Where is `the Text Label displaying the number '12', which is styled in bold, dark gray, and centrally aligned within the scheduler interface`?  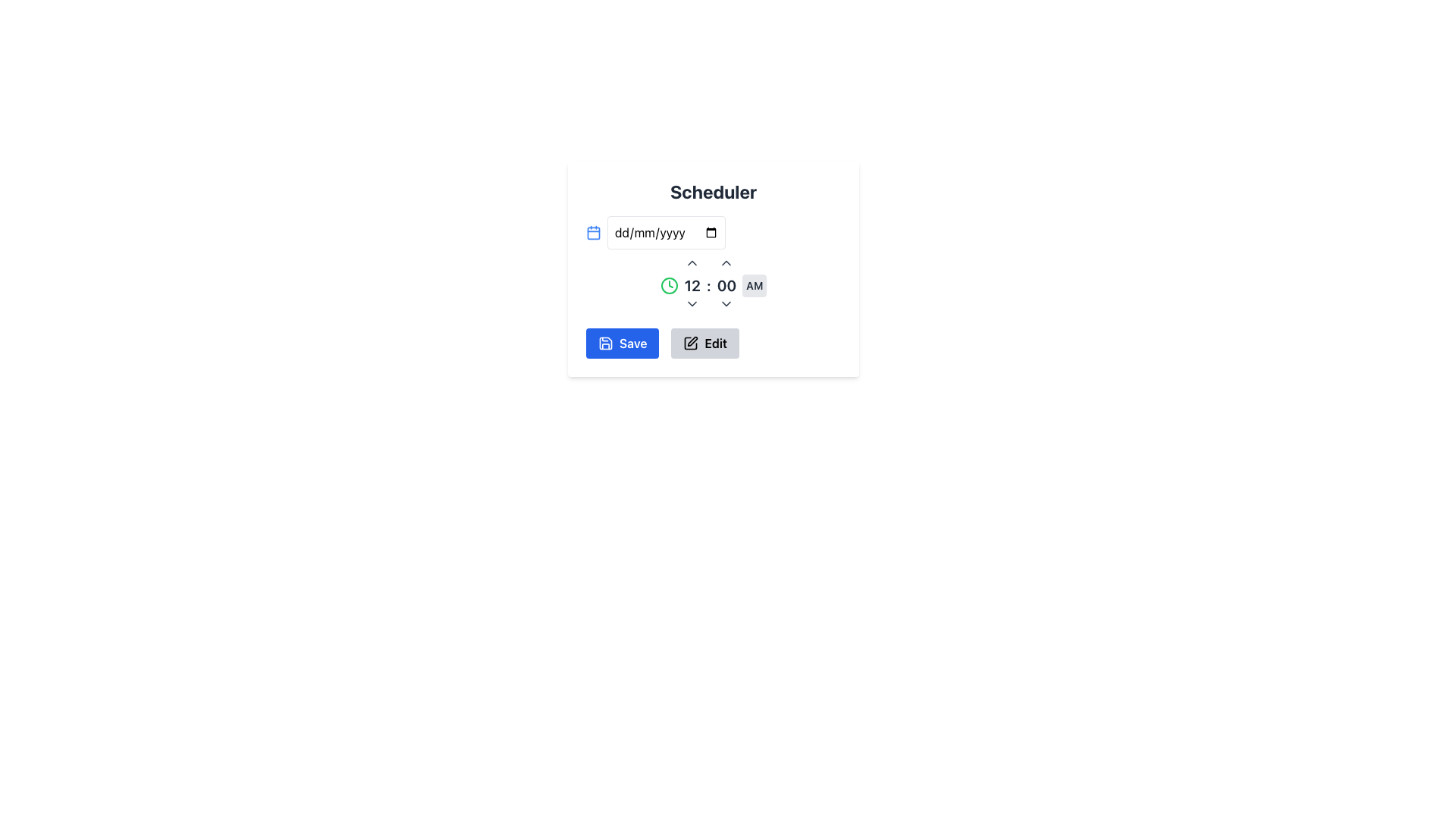 the Text Label displaying the number '12', which is styled in bold, dark gray, and centrally aligned within the scheduler interface is located at coordinates (692, 286).